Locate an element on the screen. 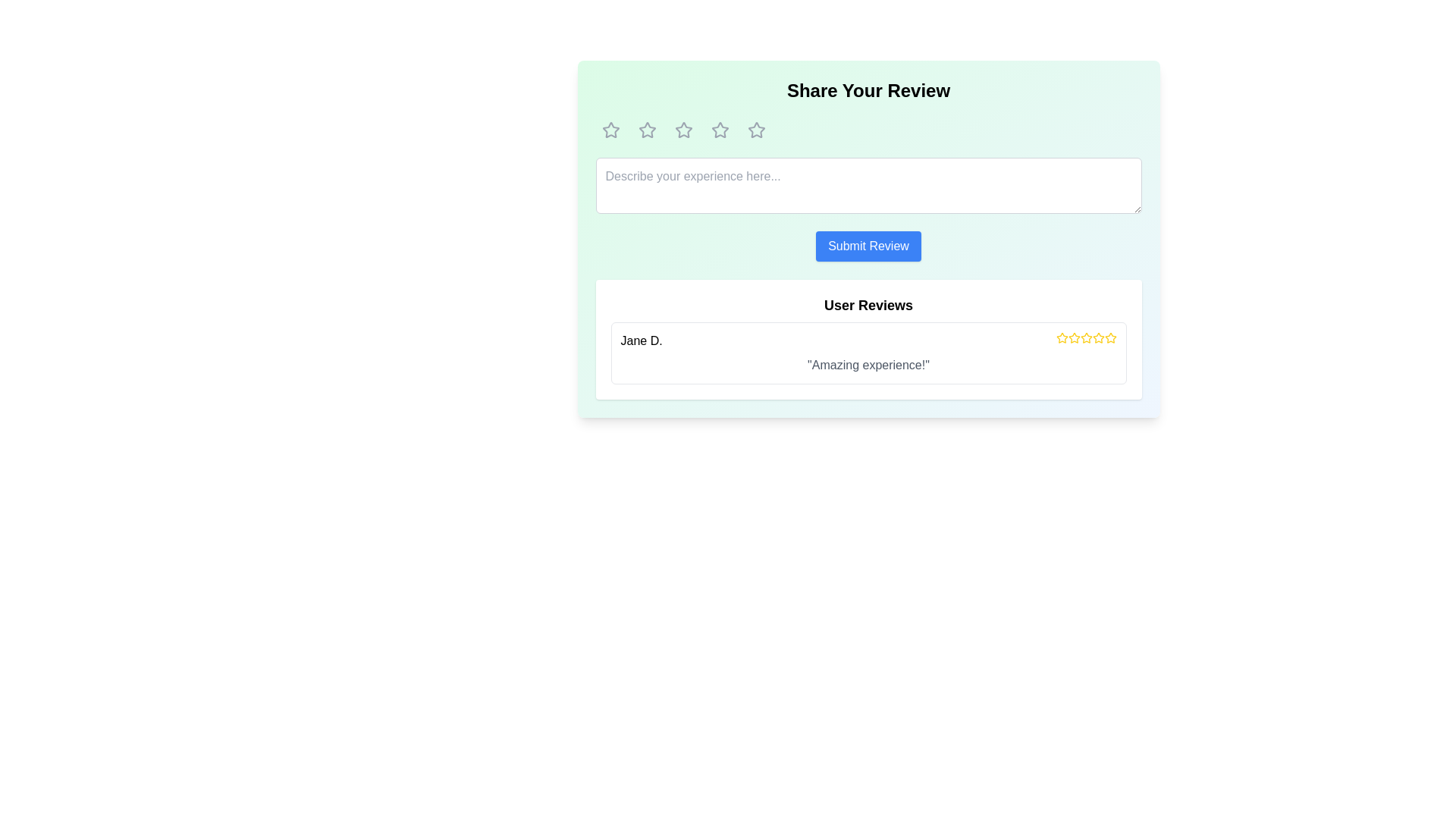 Image resolution: width=1456 pixels, height=819 pixels. the submit button for written reviews, located centrally below the input field in the review section is located at coordinates (868, 245).